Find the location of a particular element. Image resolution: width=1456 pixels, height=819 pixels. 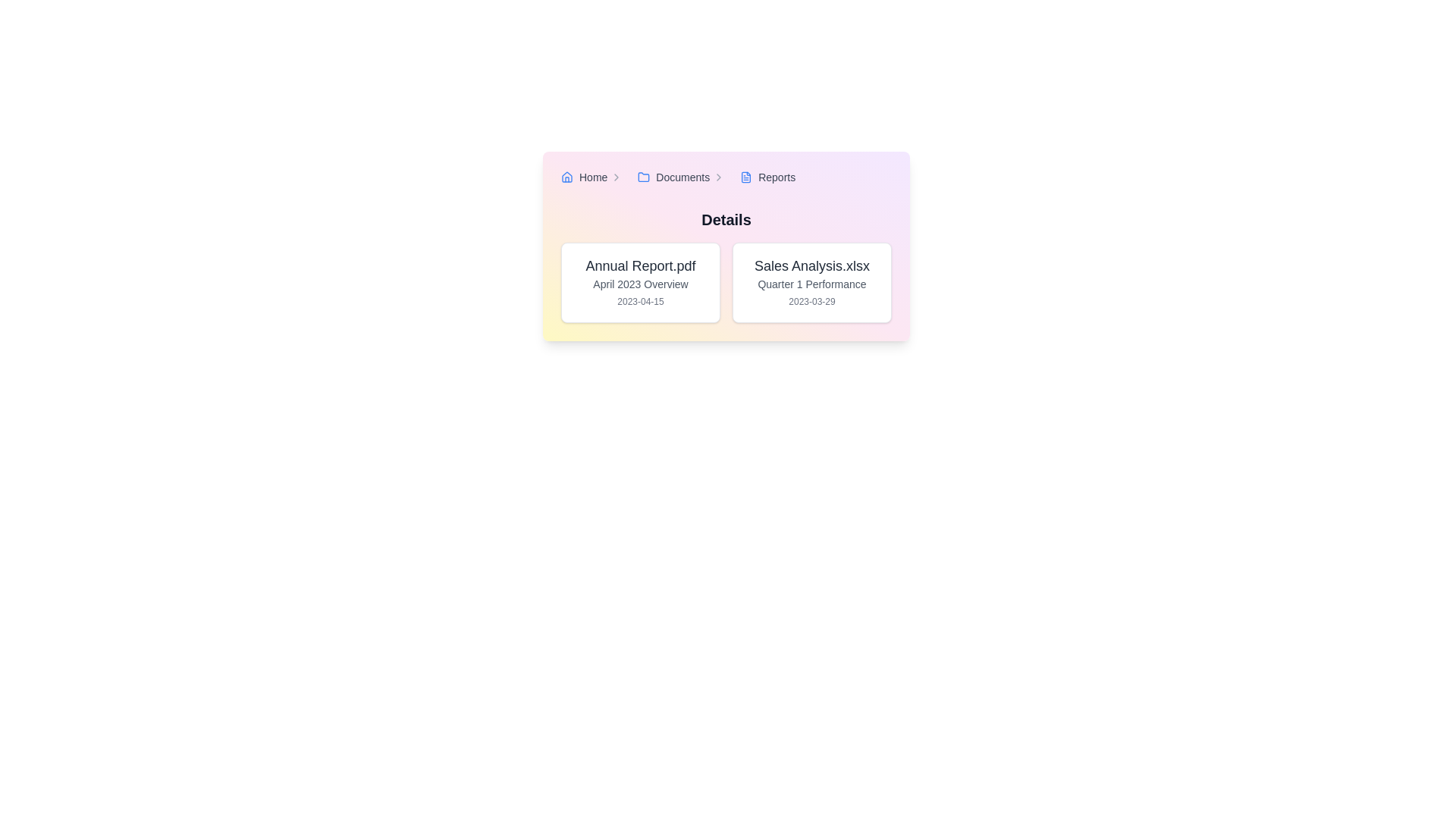

the small blue folder icon located next to the text 'Documents' in the breadcrumb navigation for possible interactions is located at coordinates (644, 177).